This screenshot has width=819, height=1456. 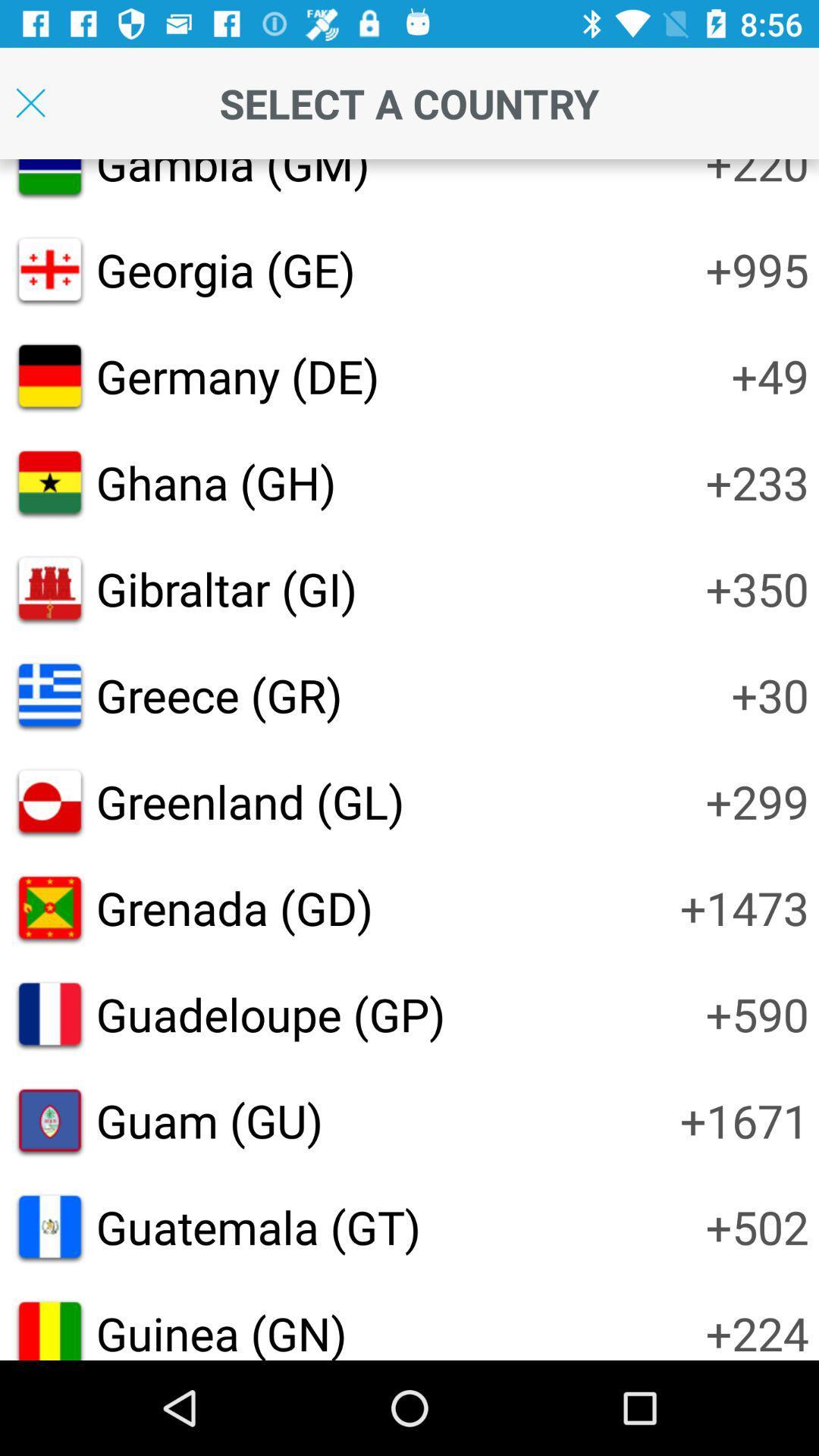 I want to click on guadeloupe (gp), so click(x=270, y=1014).